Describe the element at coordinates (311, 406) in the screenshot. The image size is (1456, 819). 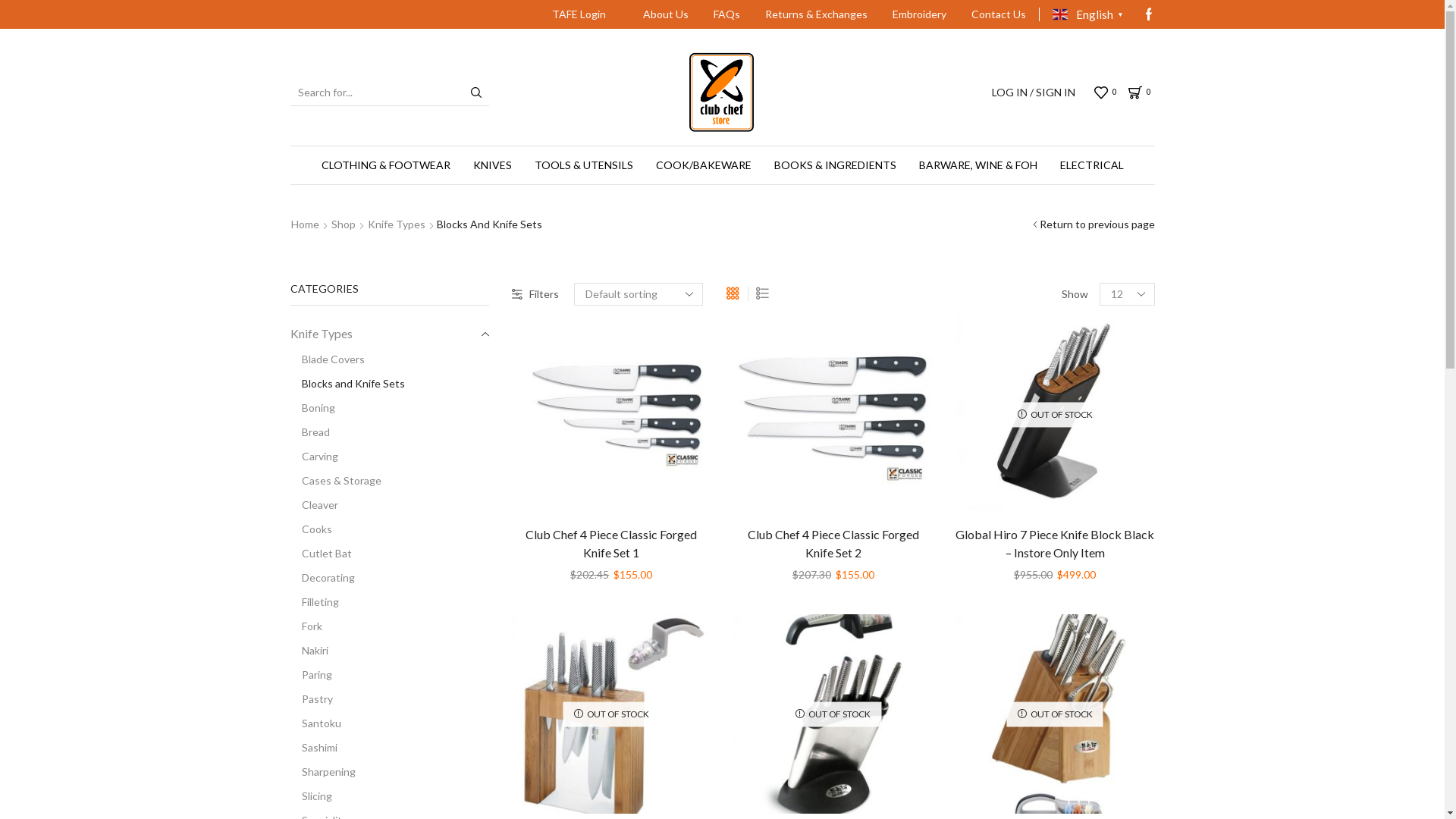
I see `'Boning'` at that location.